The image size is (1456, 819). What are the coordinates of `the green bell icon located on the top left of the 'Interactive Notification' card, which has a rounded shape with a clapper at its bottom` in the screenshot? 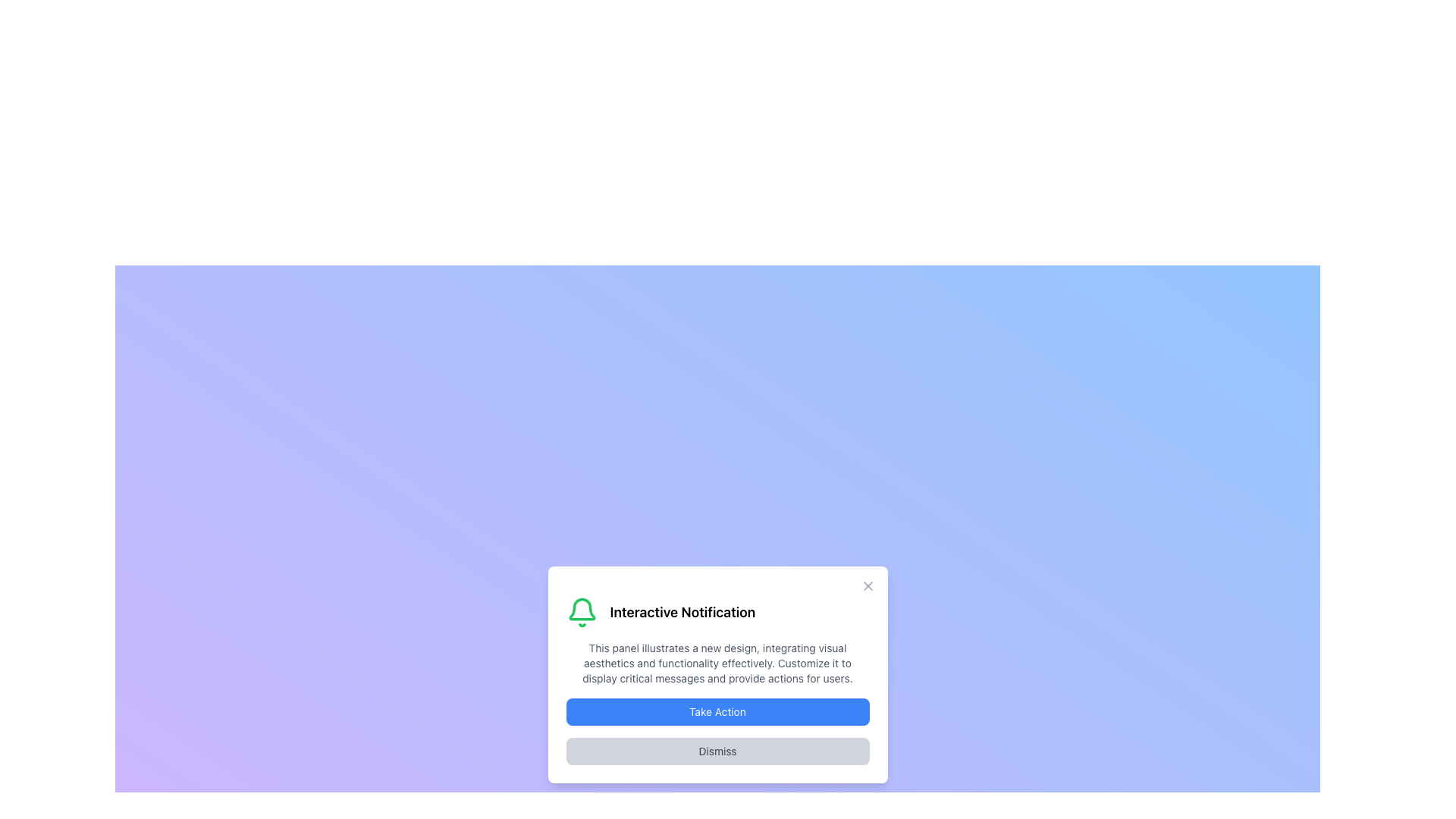 It's located at (581, 611).